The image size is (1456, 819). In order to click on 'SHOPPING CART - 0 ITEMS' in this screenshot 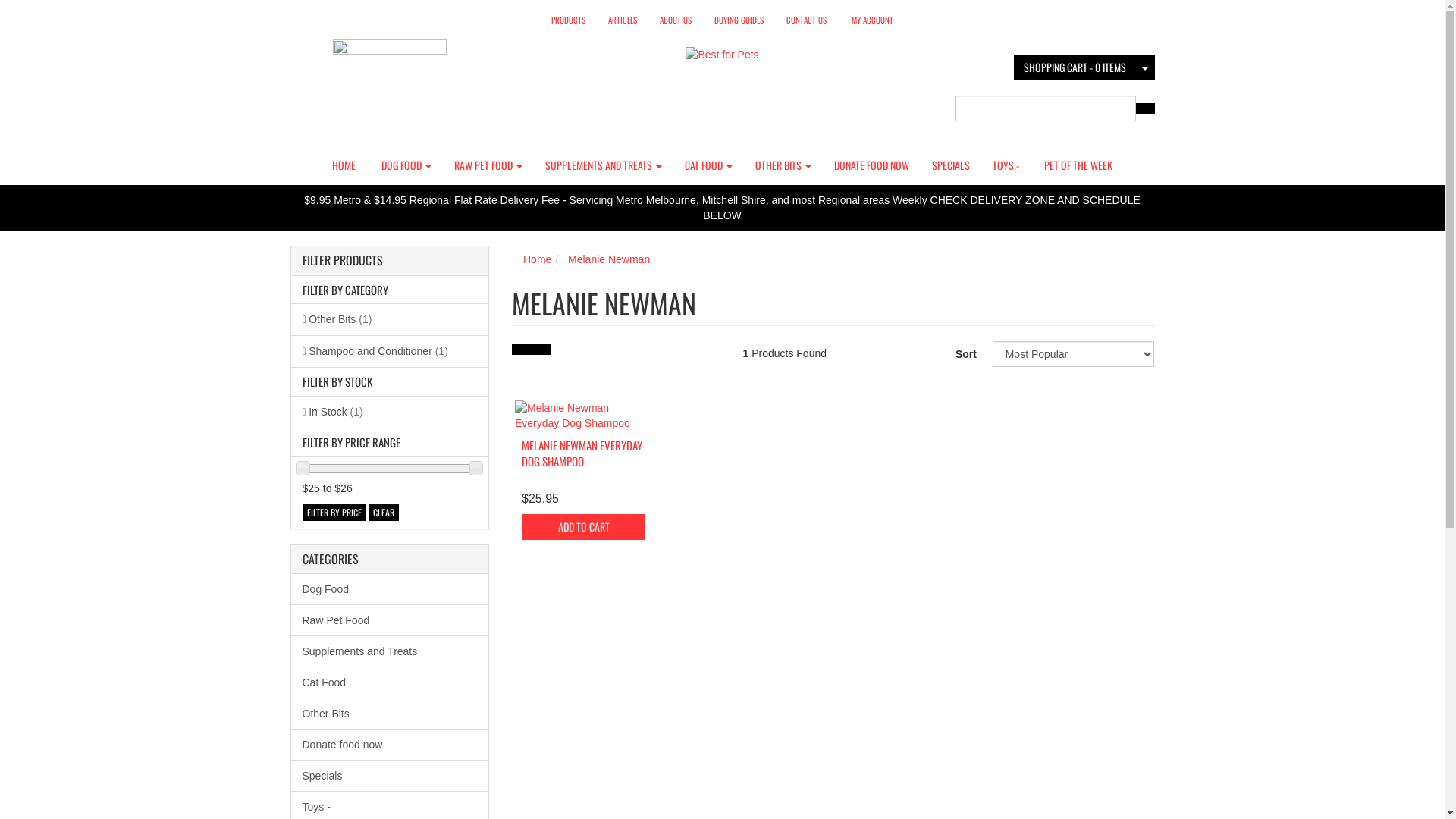, I will do `click(1073, 66)`.